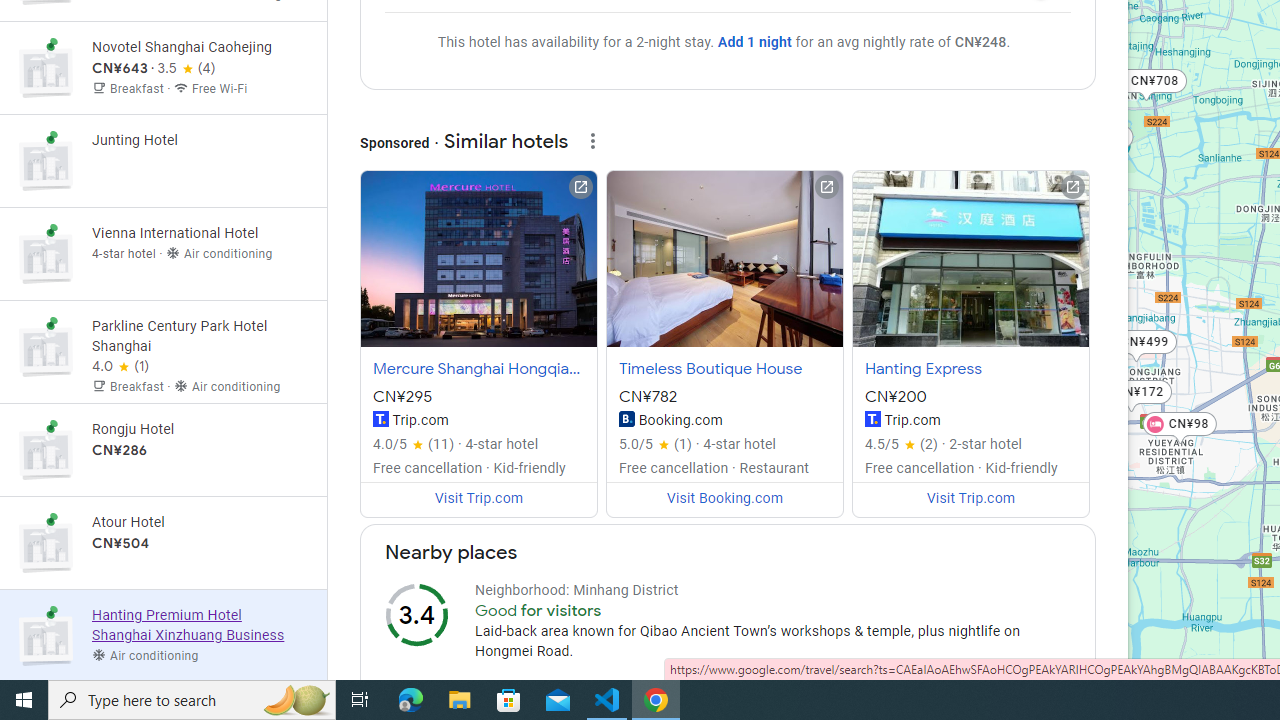 This screenshot has width=1280, height=720. Describe the element at coordinates (163, 160) in the screenshot. I see `'Junting Hotel'` at that location.